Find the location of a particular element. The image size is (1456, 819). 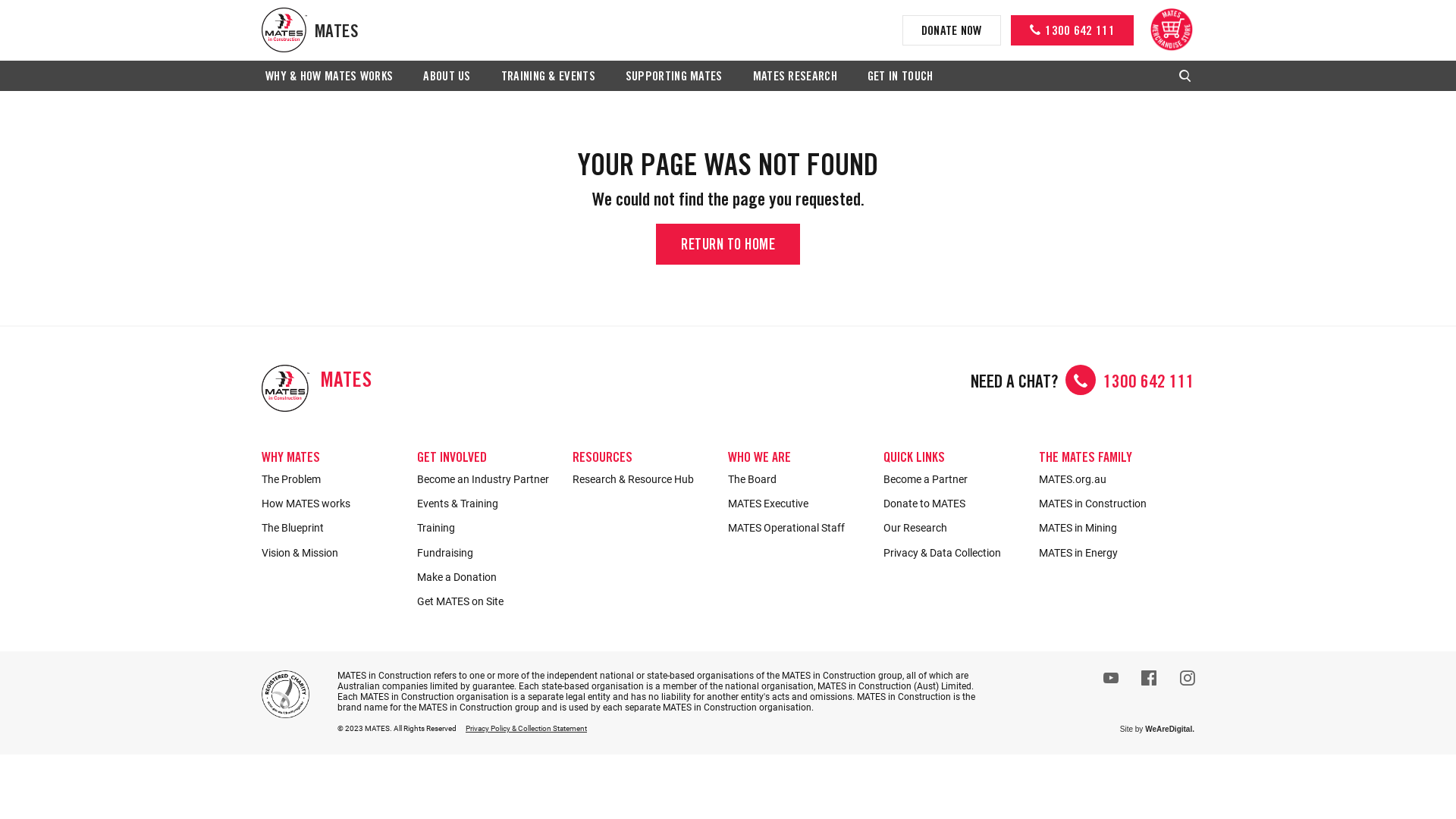

'Donate to MATES' is located at coordinates (952, 503).